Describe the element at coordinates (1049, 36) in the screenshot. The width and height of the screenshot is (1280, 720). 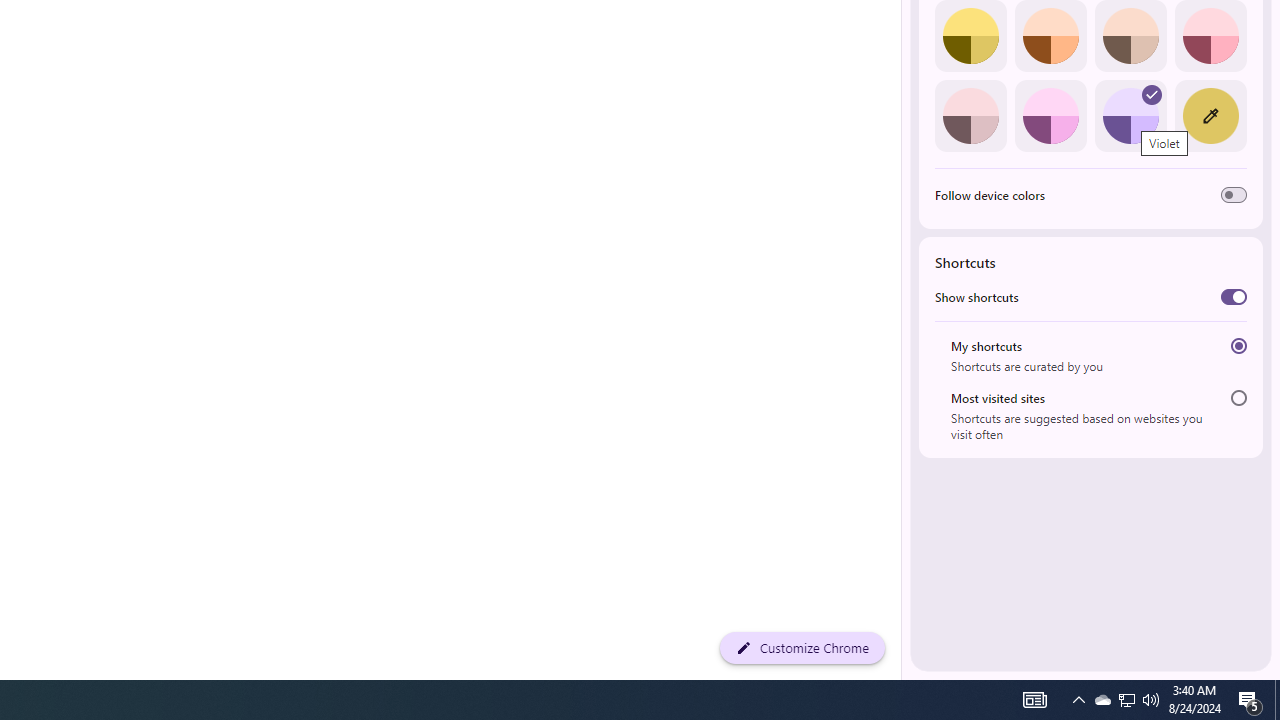
I see `'Orange'` at that location.